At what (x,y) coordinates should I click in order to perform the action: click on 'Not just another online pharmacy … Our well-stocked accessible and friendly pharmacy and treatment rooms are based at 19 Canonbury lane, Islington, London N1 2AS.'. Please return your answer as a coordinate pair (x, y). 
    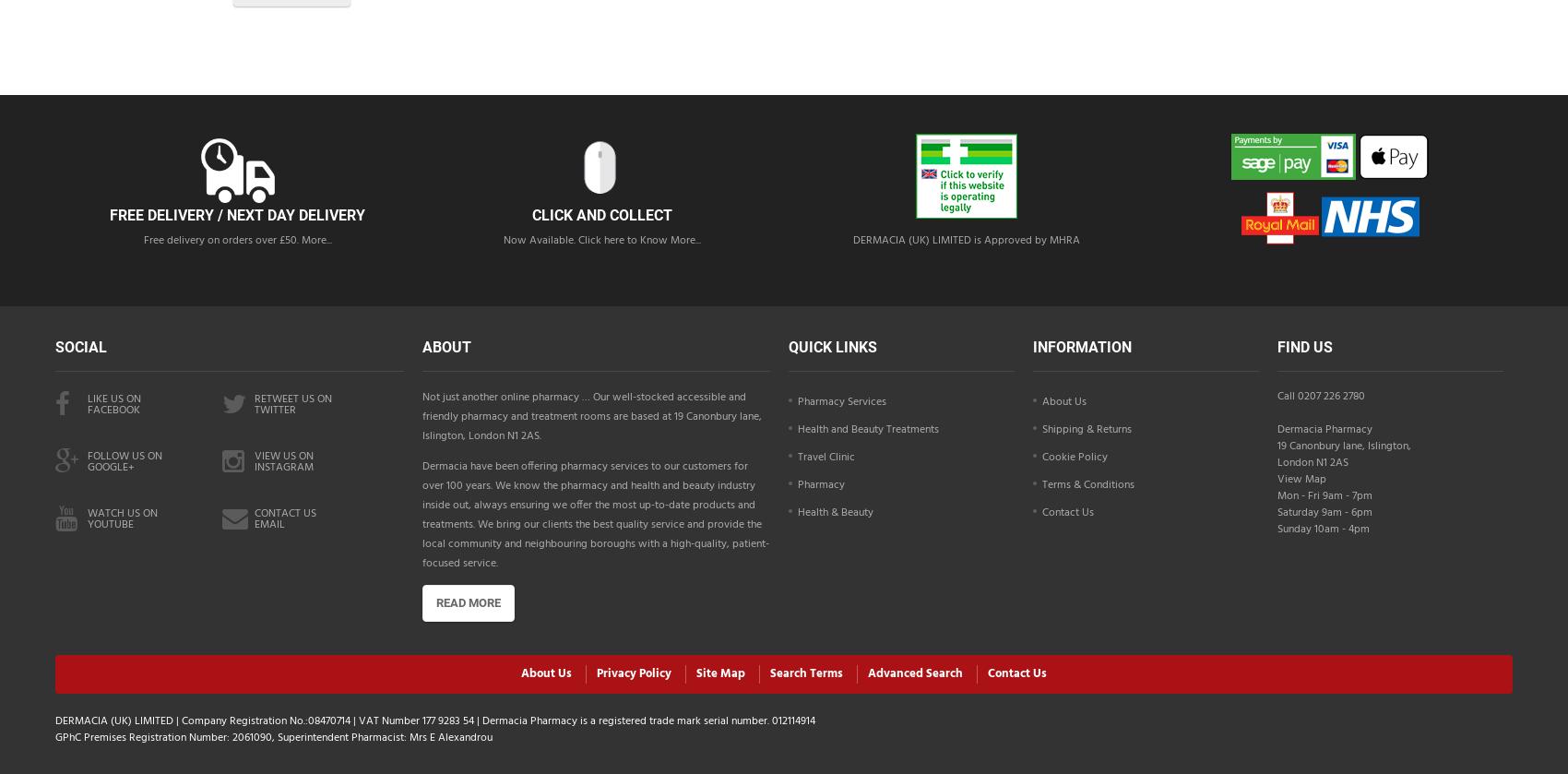
    Looking at the image, I should click on (591, 415).